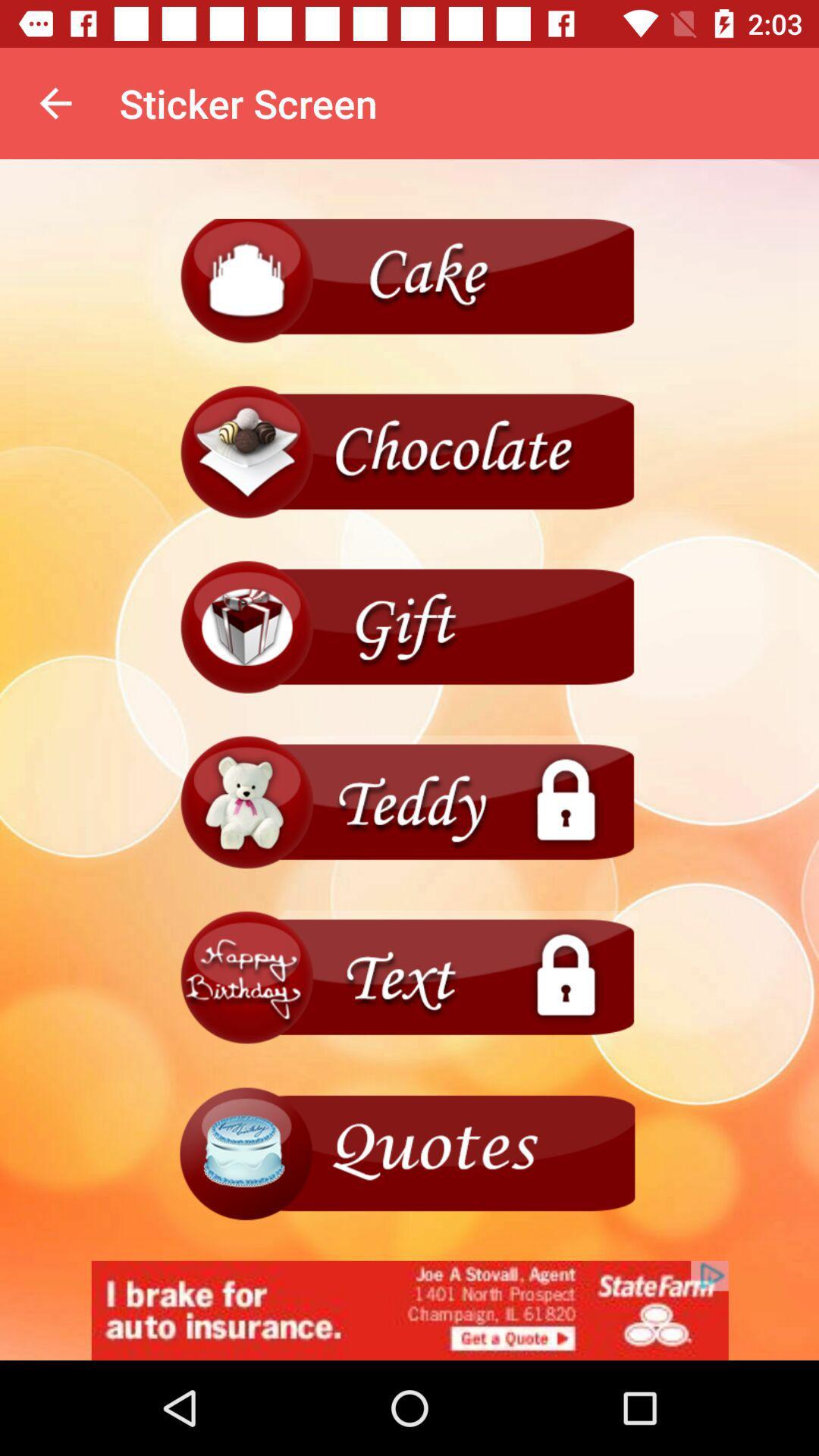  I want to click on text tab in the sticker section, so click(409, 978).